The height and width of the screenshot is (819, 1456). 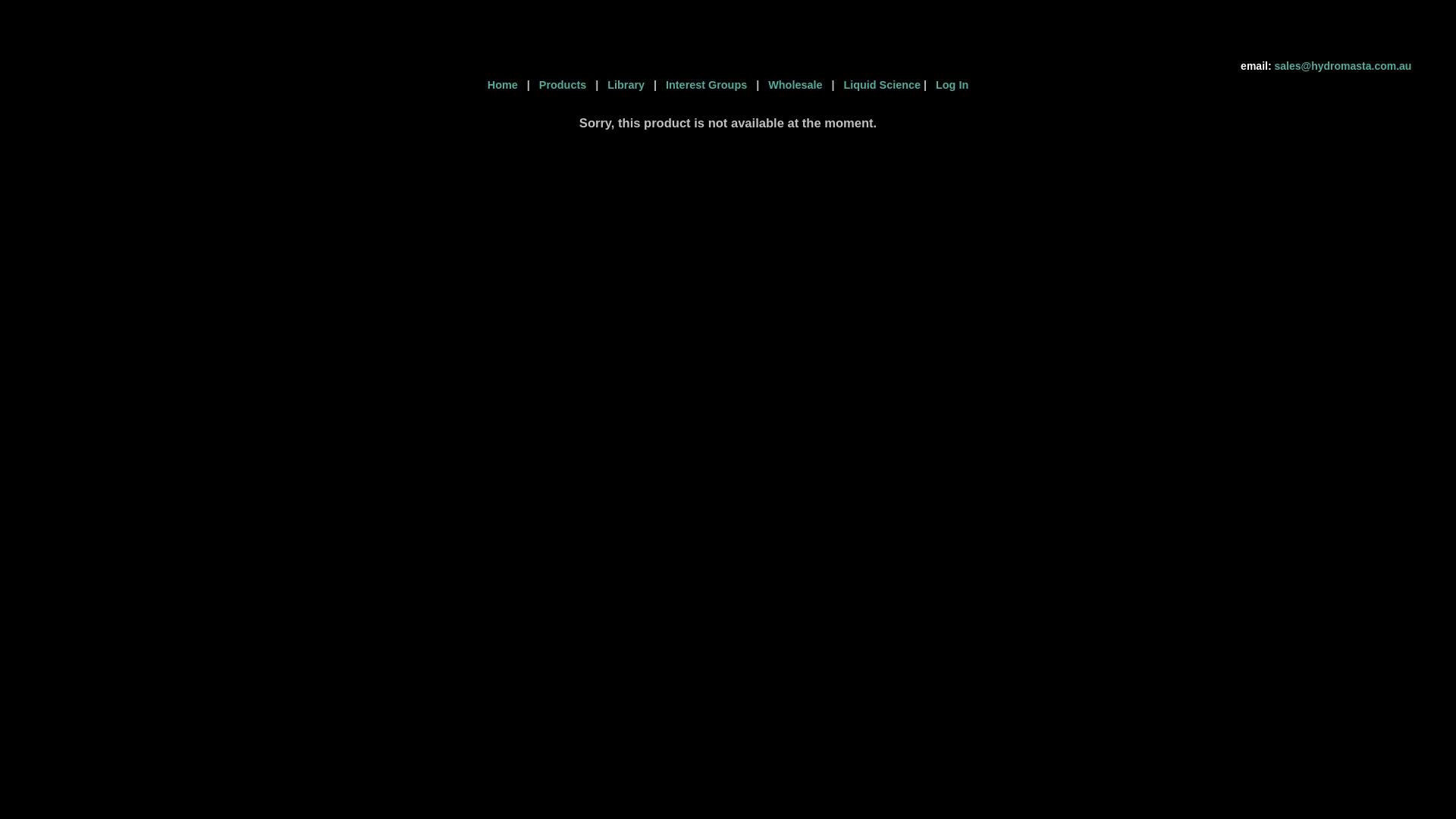 What do you see at coordinates (928, 84) in the screenshot?
I see `'  Log In'` at bounding box center [928, 84].